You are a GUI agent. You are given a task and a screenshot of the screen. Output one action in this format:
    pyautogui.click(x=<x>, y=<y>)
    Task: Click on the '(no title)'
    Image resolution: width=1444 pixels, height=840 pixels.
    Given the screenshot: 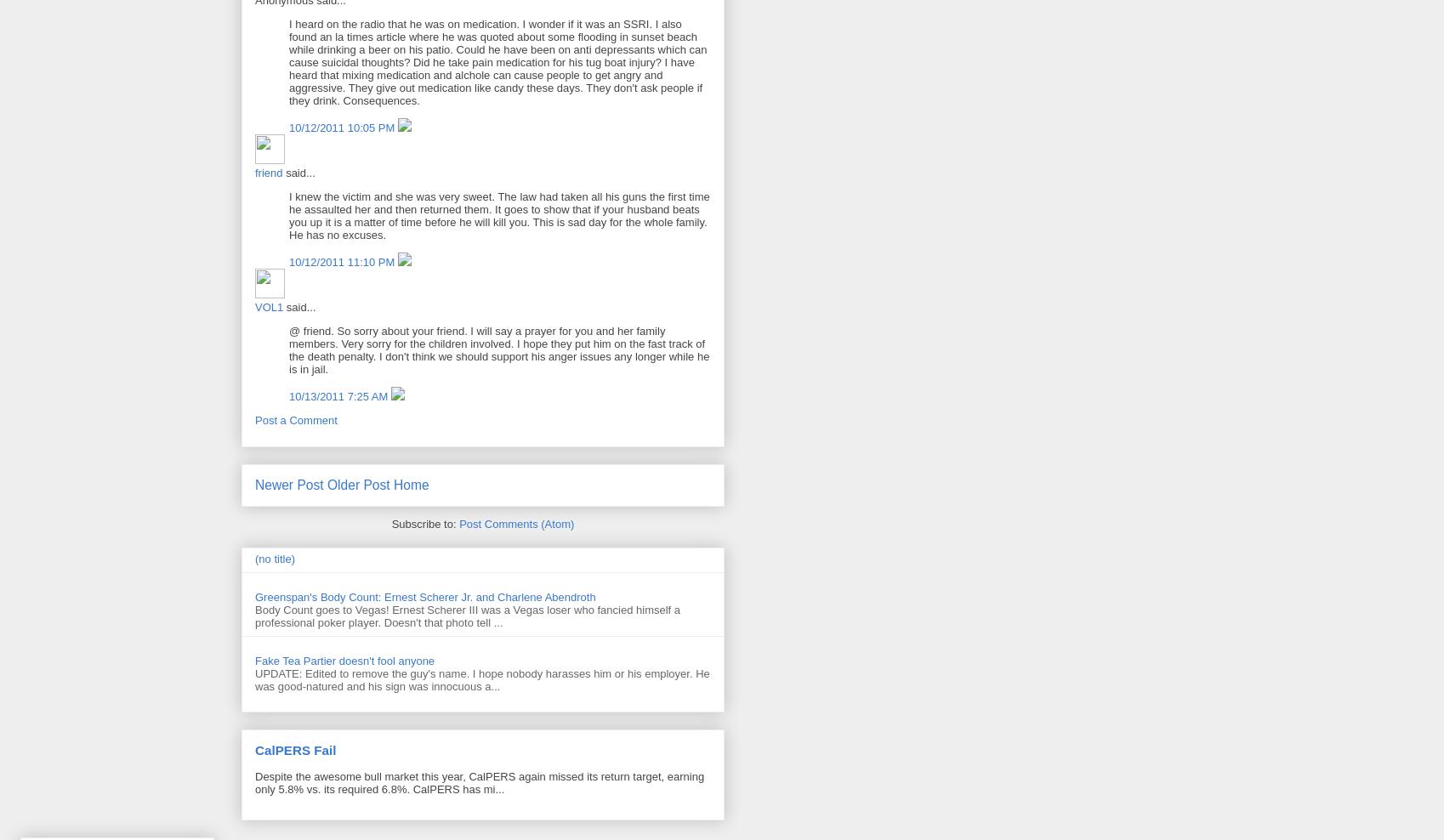 What is the action you would take?
    pyautogui.click(x=273, y=558)
    